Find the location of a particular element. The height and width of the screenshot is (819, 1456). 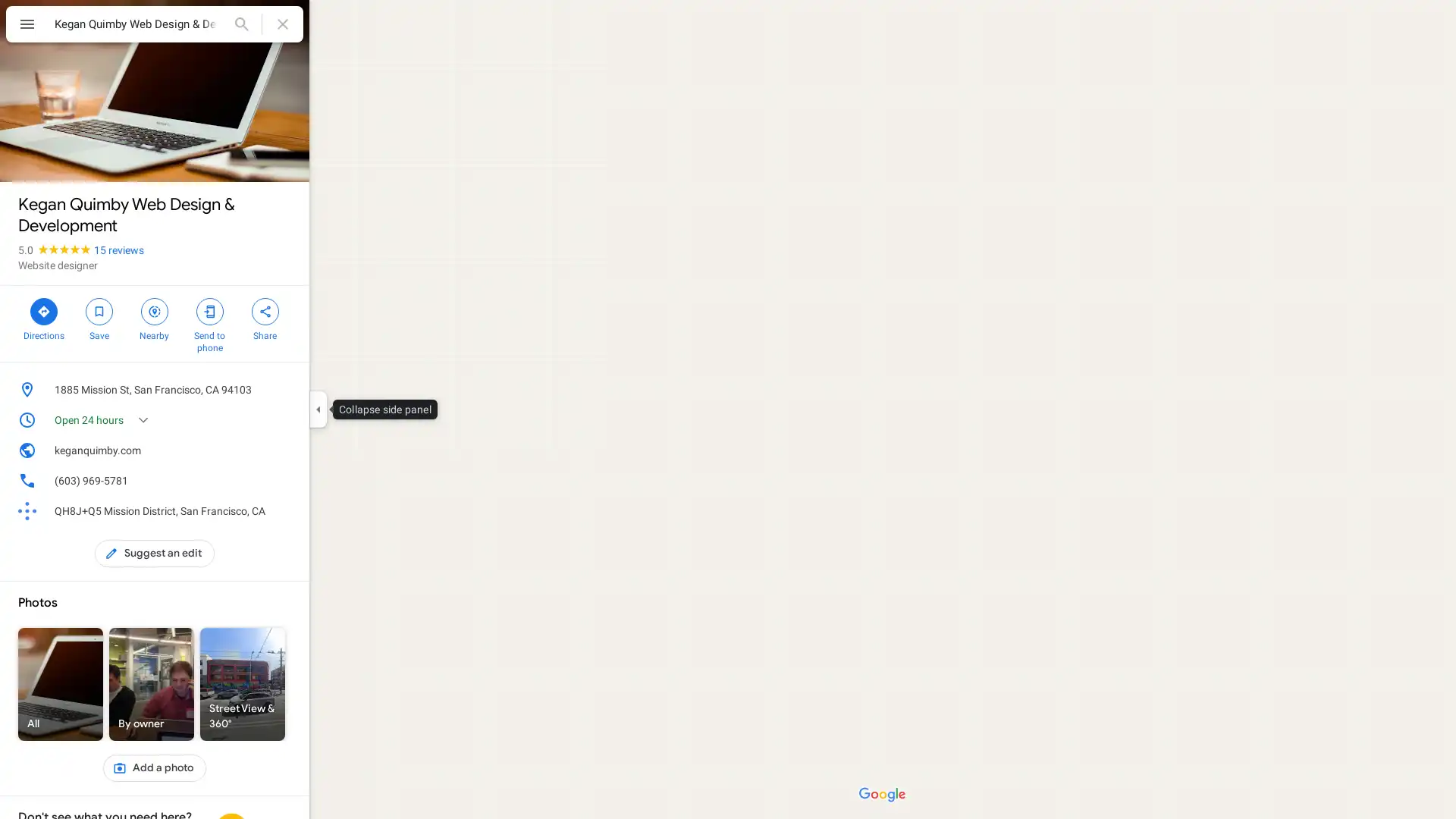

Suggest an edit is located at coordinates (155, 553).